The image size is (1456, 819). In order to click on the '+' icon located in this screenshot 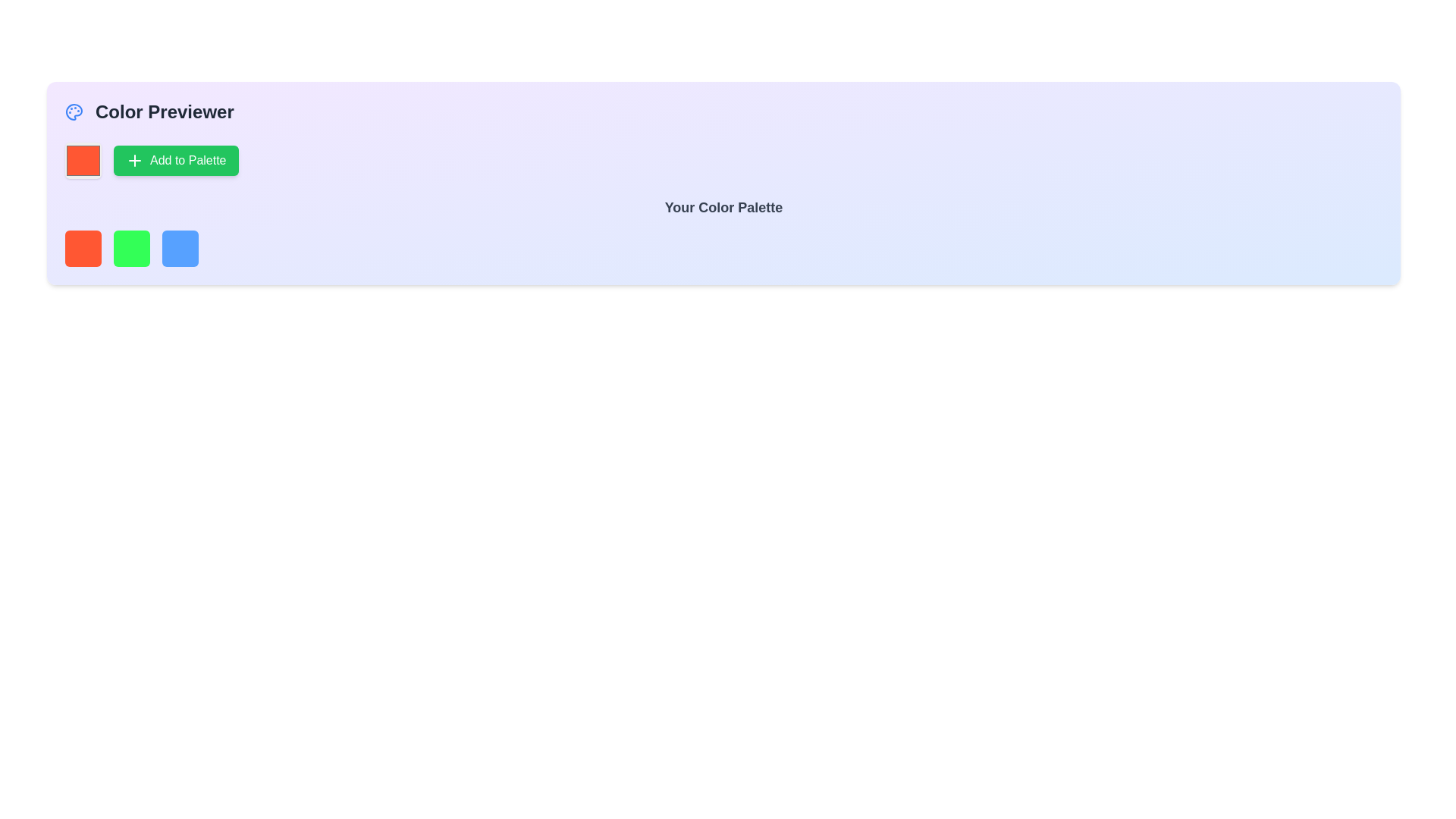, I will do `click(134, 161)`.